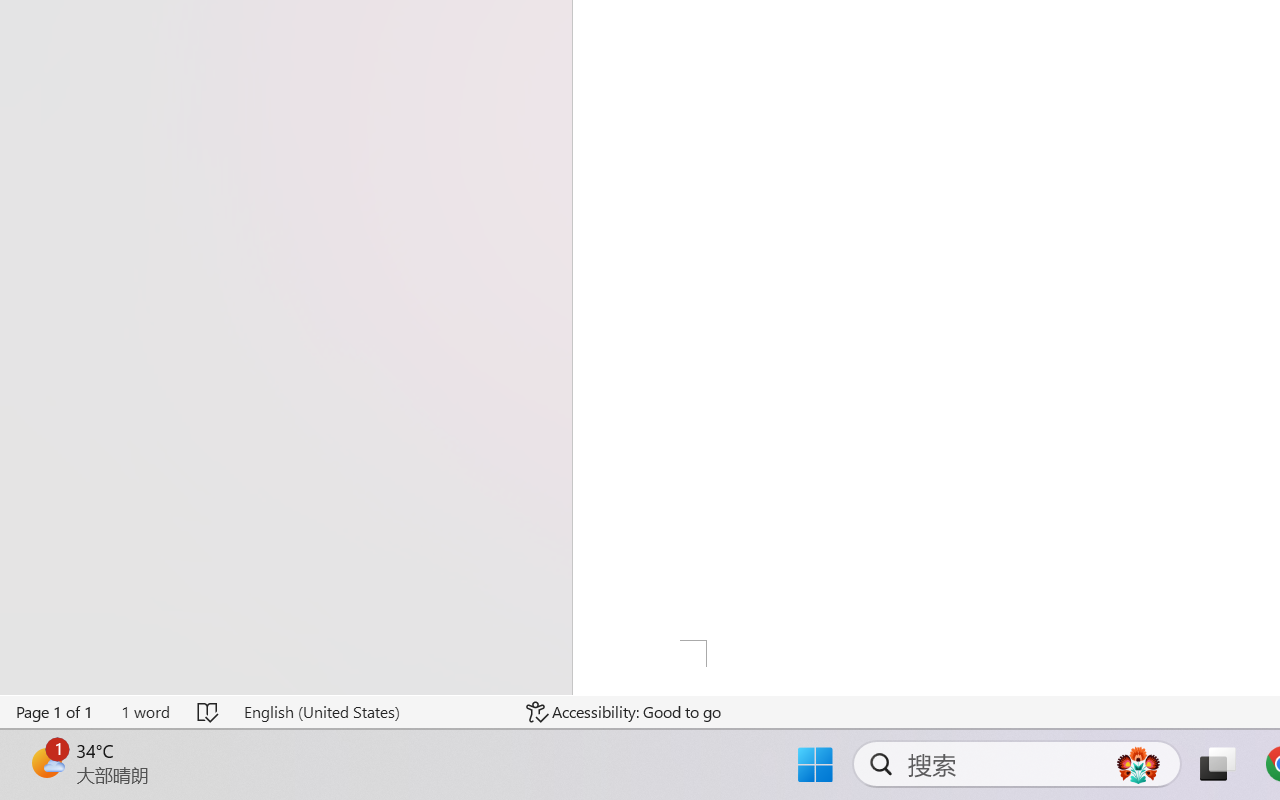 This screenshot has width=1280, height=800. Describe the element at coordinates (46, 762) in the screenshot. I see `'AutomationID: BadgeAnchorLargeTicker'` at that location.